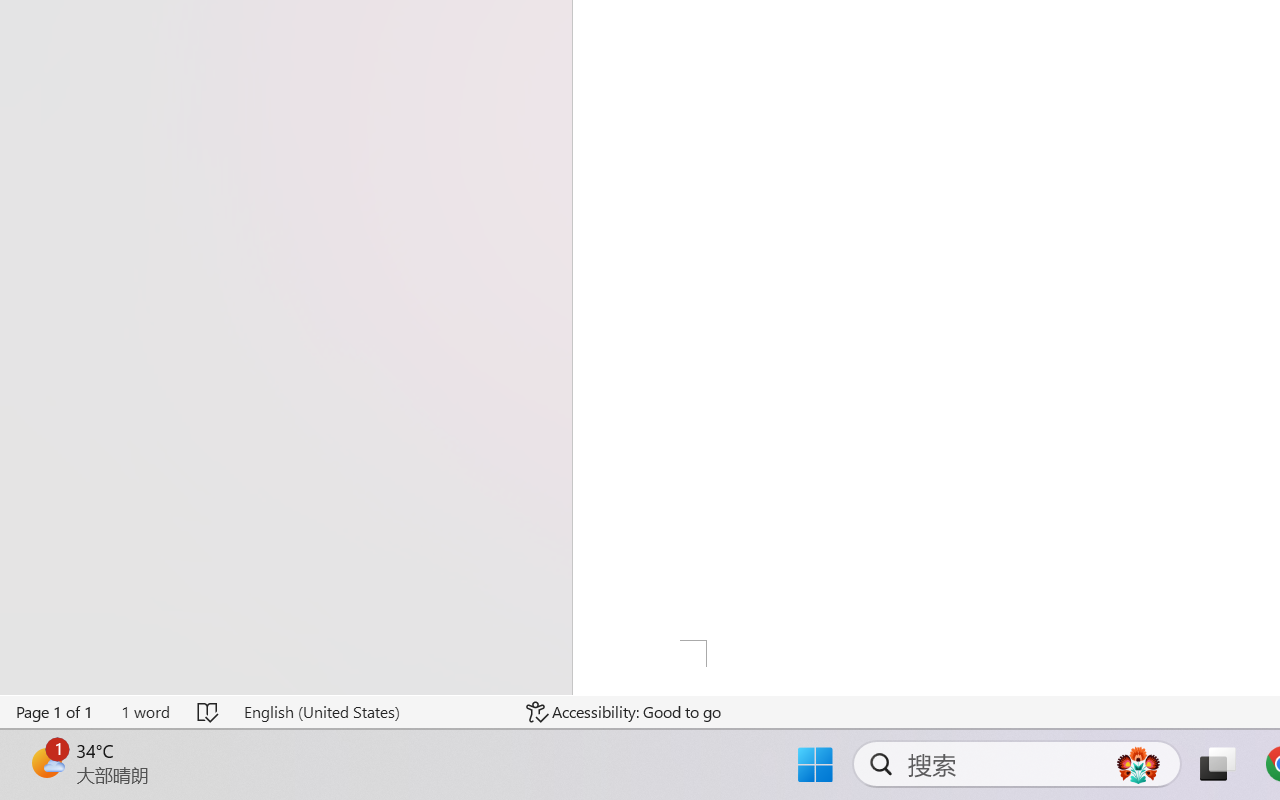 This screenshot has width=1280, height=800. Describe the element at coordinates (46, 762) in the screenshot. I see `'AutomationID: BadgeAnchorLargeTicker'` at that location.